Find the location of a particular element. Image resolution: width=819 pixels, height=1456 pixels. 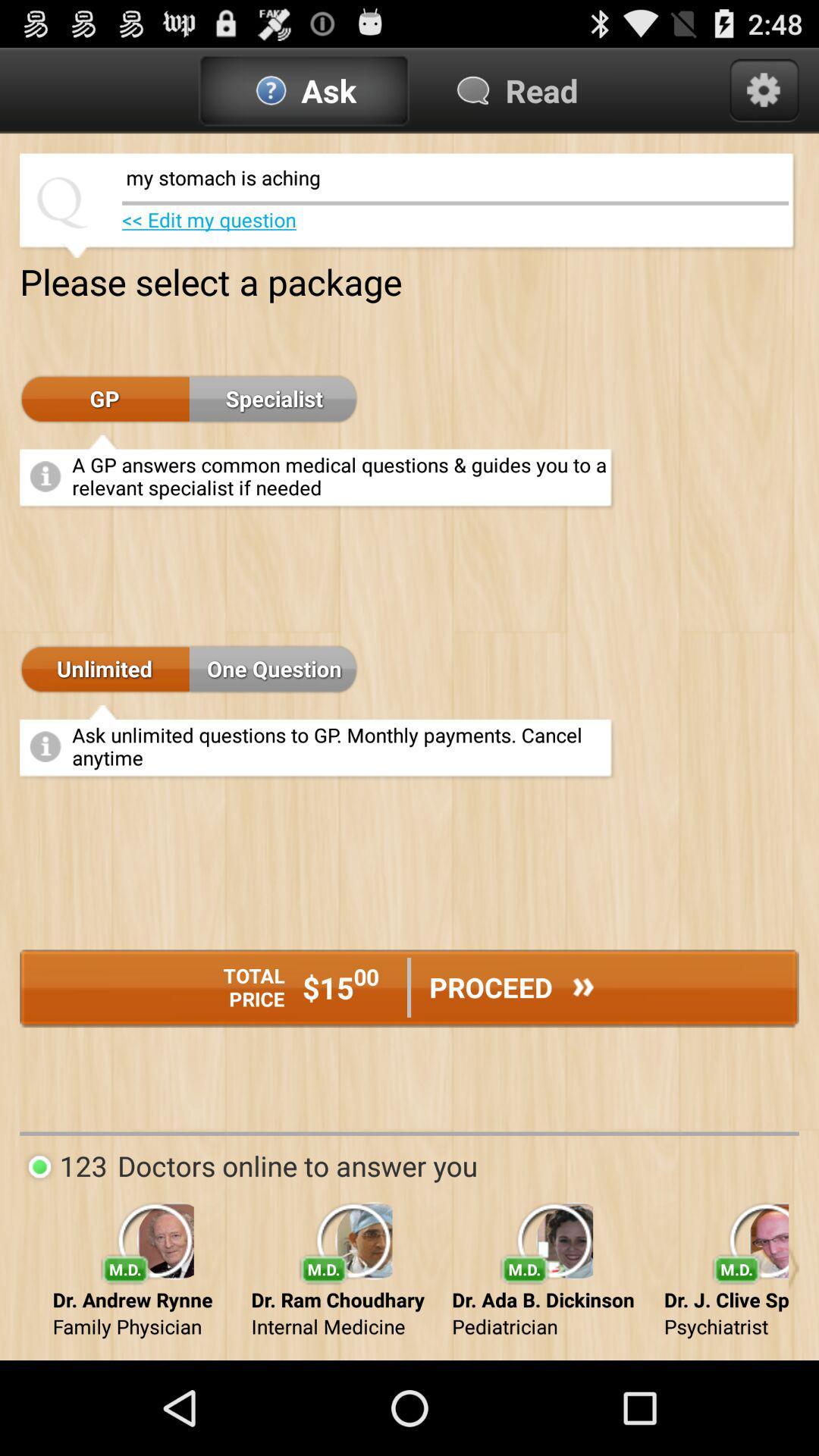

more settings is located at coordinates (764, 89).